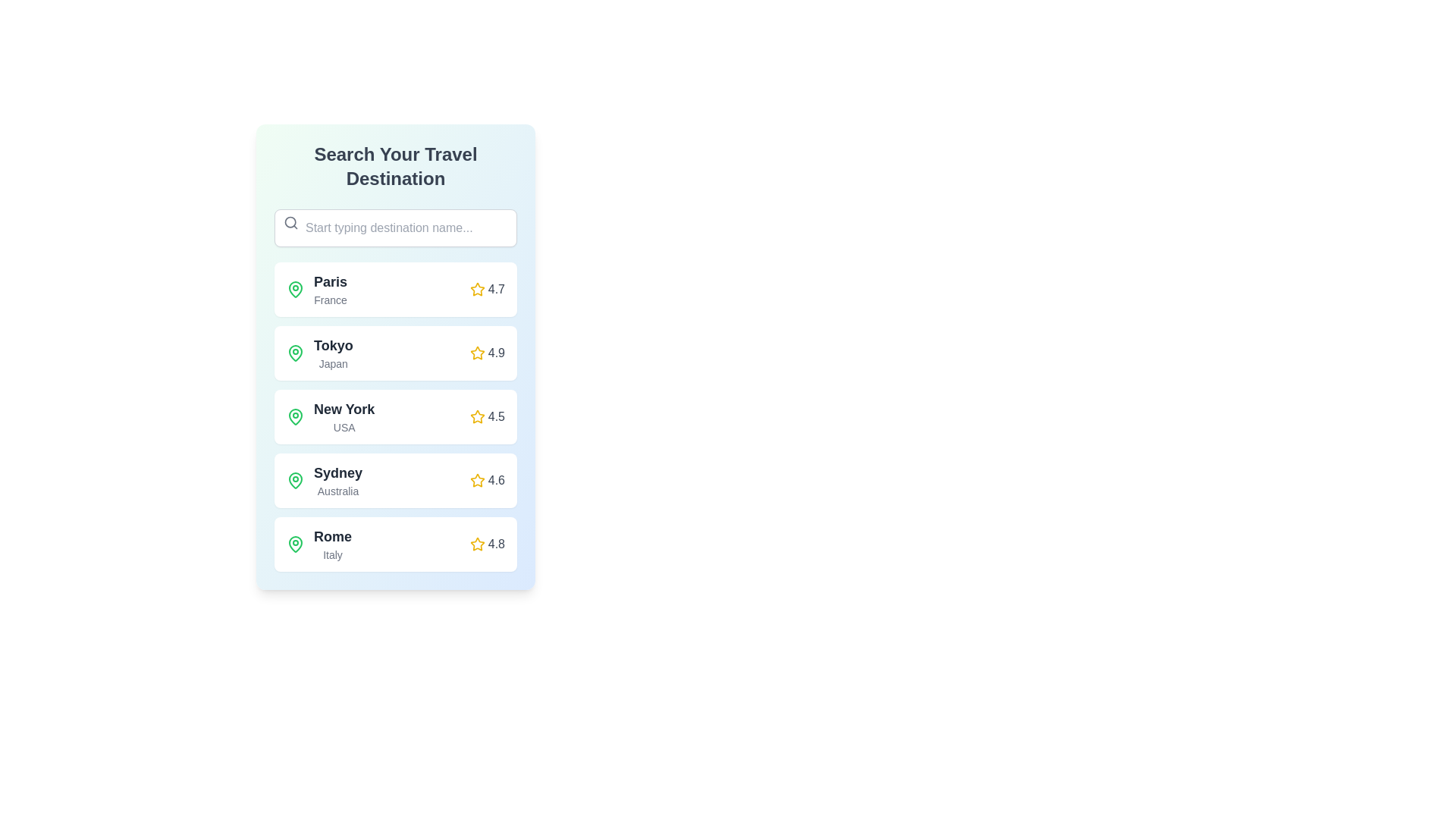 The height and width of the screenshot is (819, 1456). What do you see at coordinates (330, 289) in the screenshot?
I see `the text block containing the name 'Paris' in bold font, which is located above the smaller text 'France' and positioned to the right of a green pin icon` at bounding box center [330, 289].